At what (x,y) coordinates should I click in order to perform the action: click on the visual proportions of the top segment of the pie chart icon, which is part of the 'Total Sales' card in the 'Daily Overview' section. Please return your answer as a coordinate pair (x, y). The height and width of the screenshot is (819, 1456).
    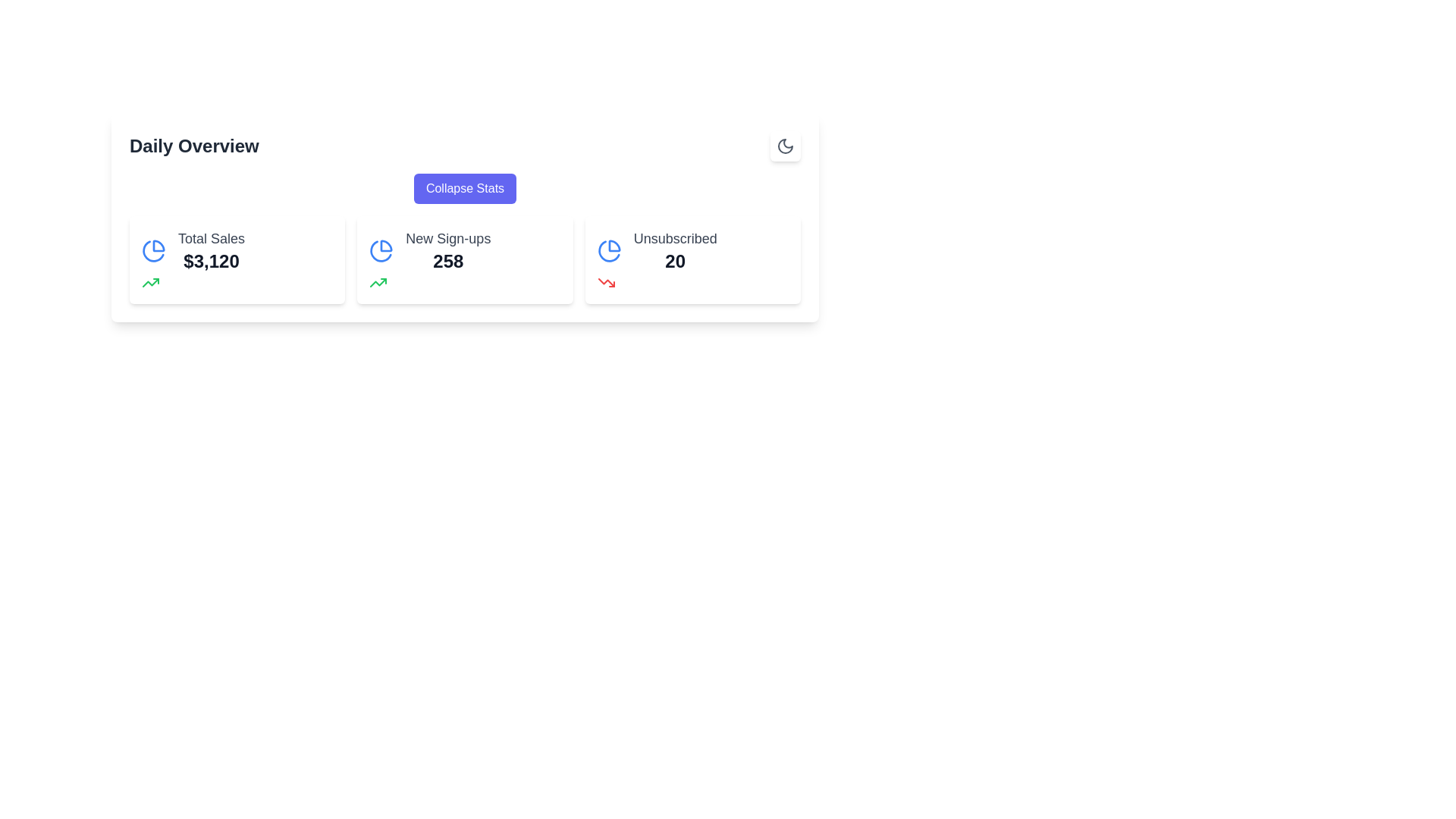
    Looking at the image, I should click on (158, 245).